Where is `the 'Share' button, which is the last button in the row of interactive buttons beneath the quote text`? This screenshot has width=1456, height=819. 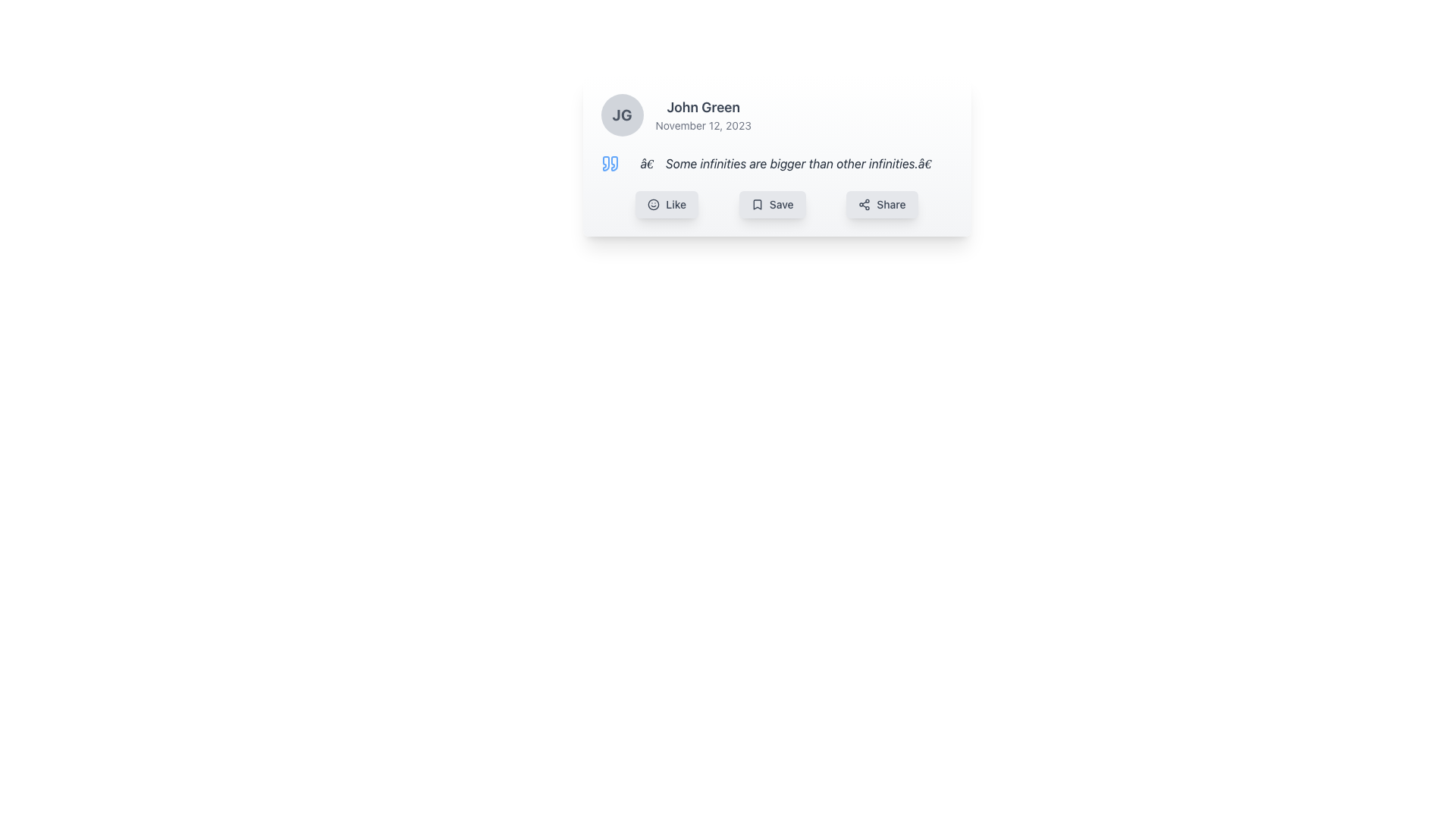
the 'Share' button, which is the last button in the row of interactive buttons beneath the quote text is located at coordinates (891, 205).